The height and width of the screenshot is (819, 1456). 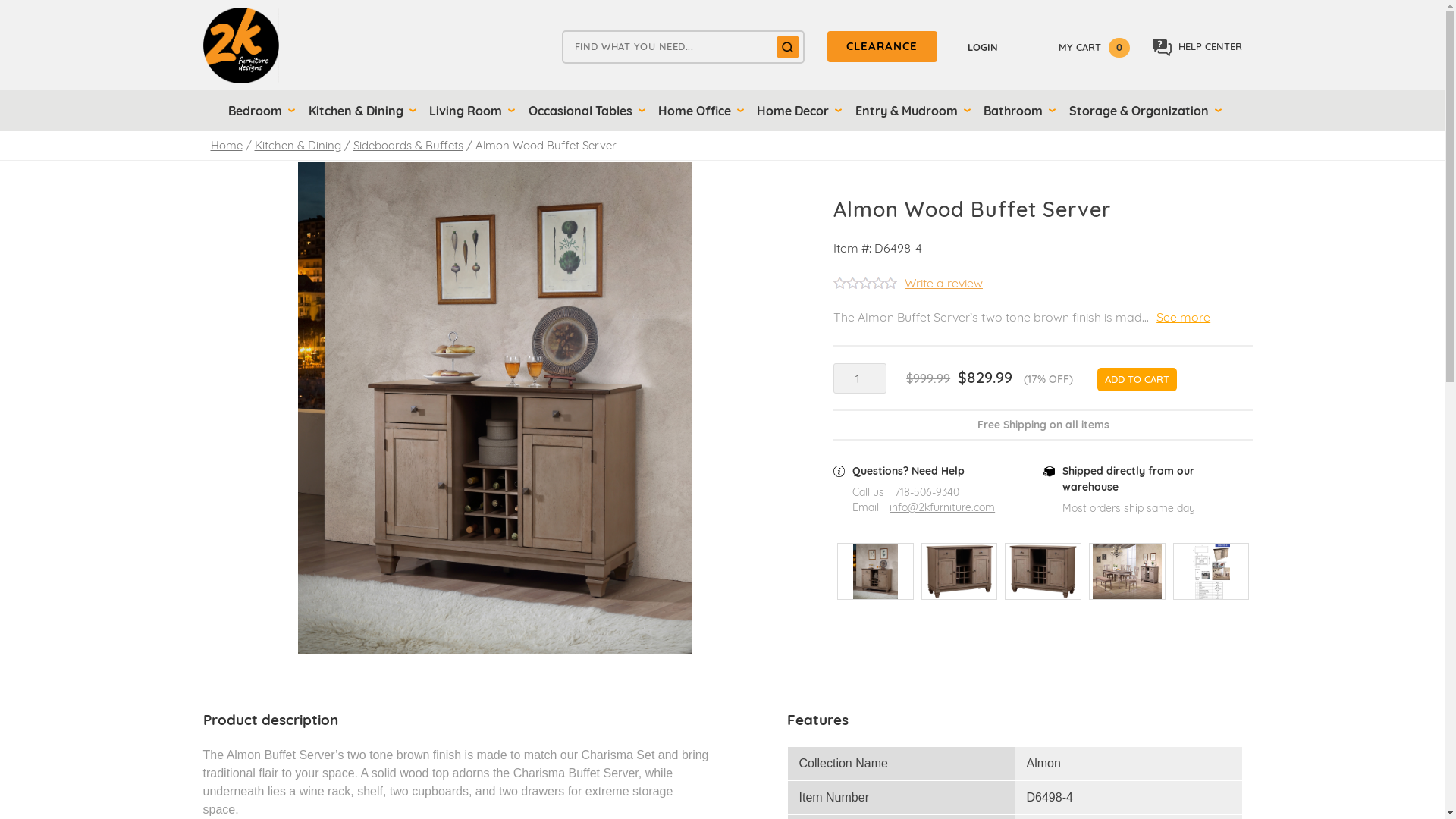 I want to click on 'CLEARANCE', so click(x=825, y=45).